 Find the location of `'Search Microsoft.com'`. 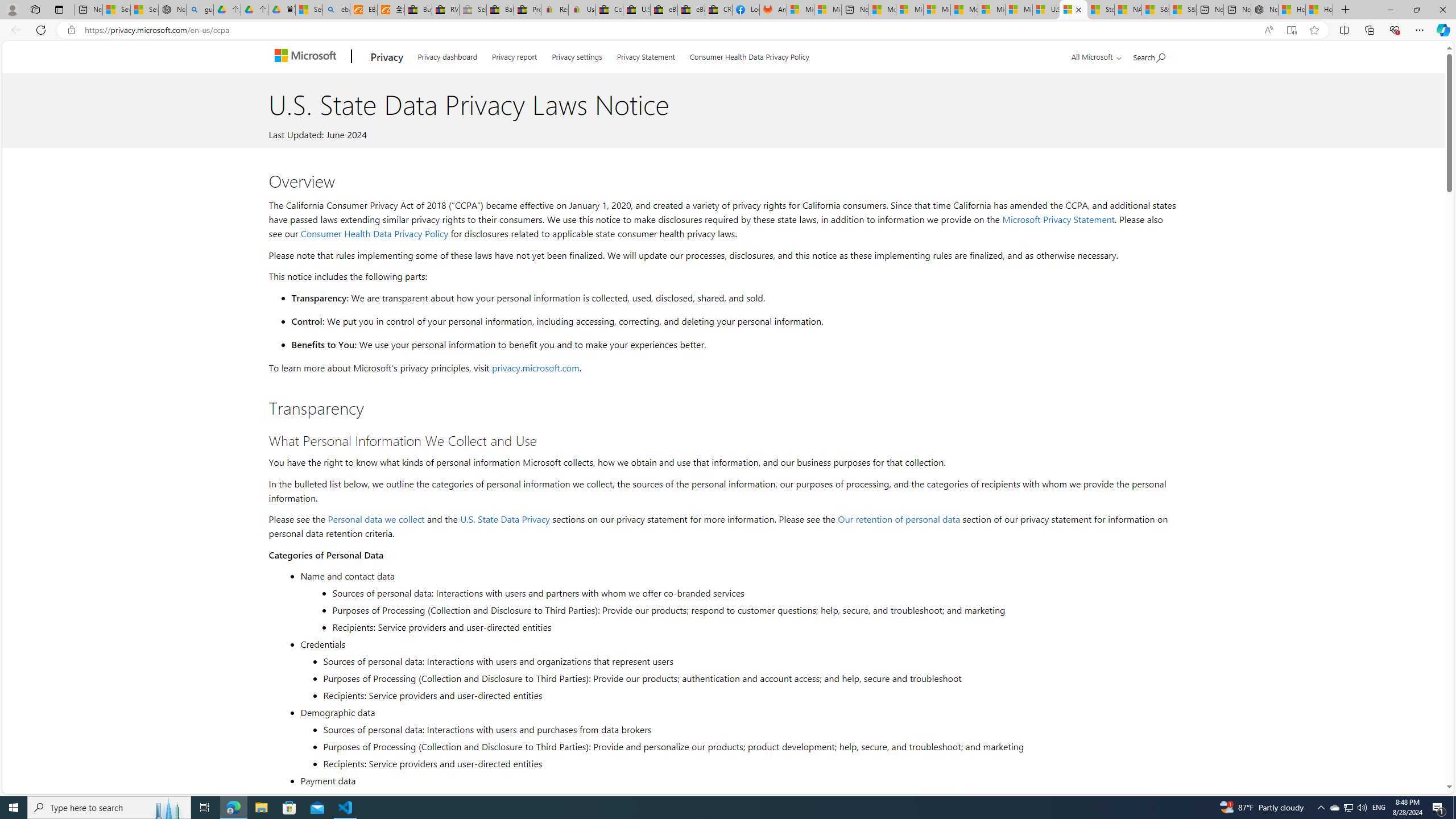

'Search Microsoft.com' is located at coordinates (1149, 55).